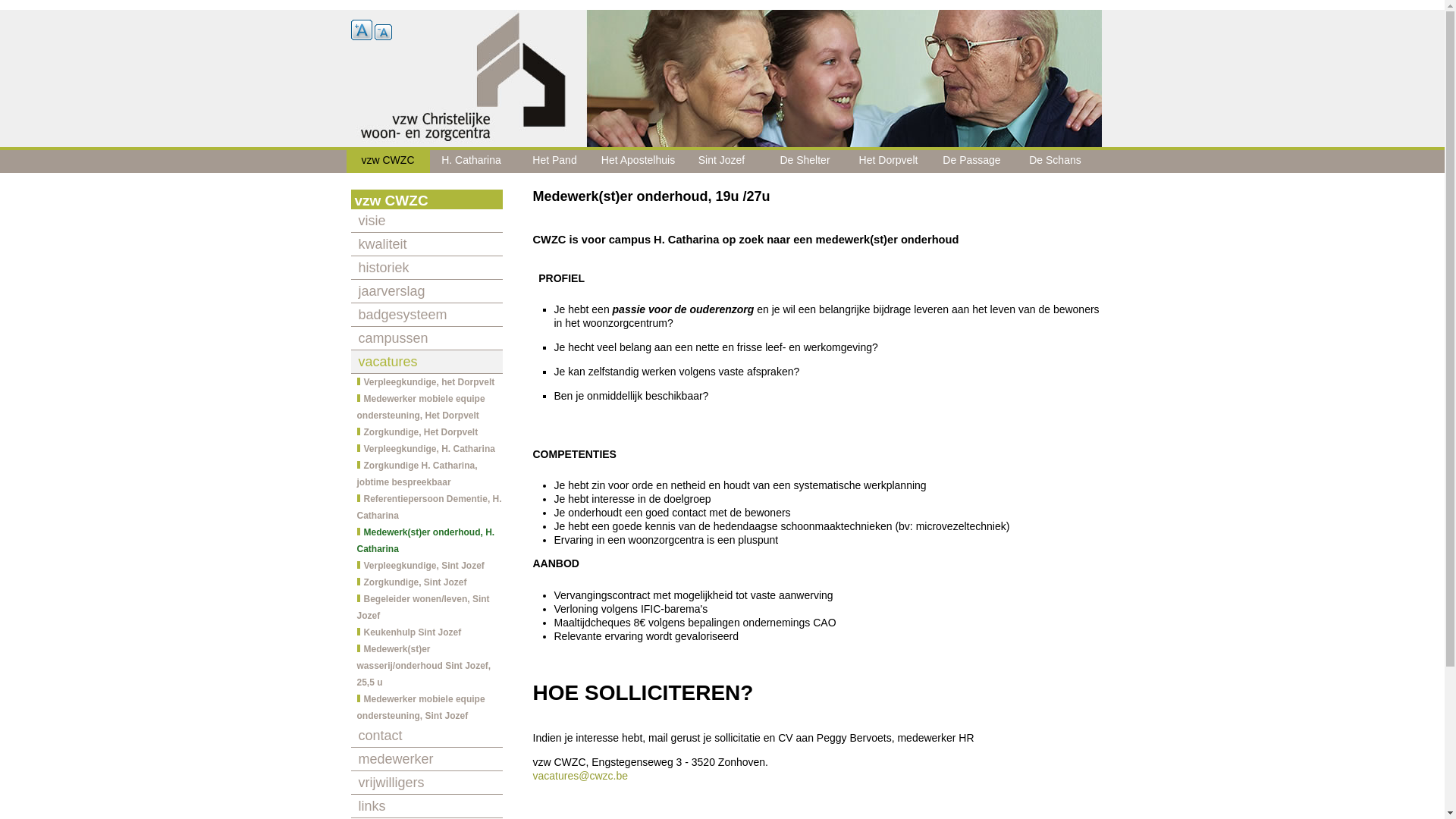 This screenshot has width=1456, height=819. I want to click on 'jaarverslag', so click(425, 291).